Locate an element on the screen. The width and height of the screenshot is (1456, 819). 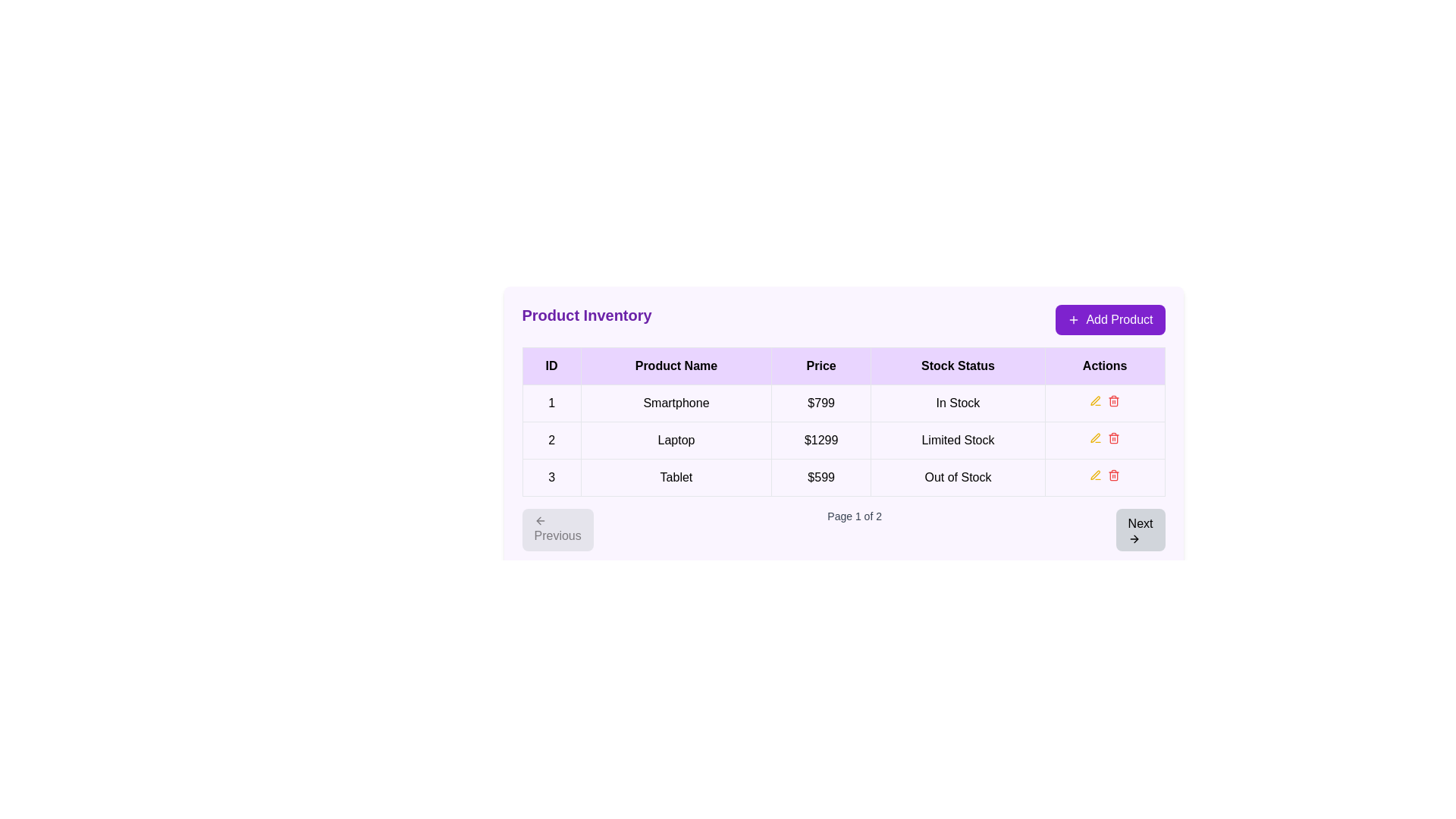
the table cell containing the number '3' in bold, black text, located in the third row of the 'Product Inventory' table under the 'ID' column is located at coordinates (551, 476).